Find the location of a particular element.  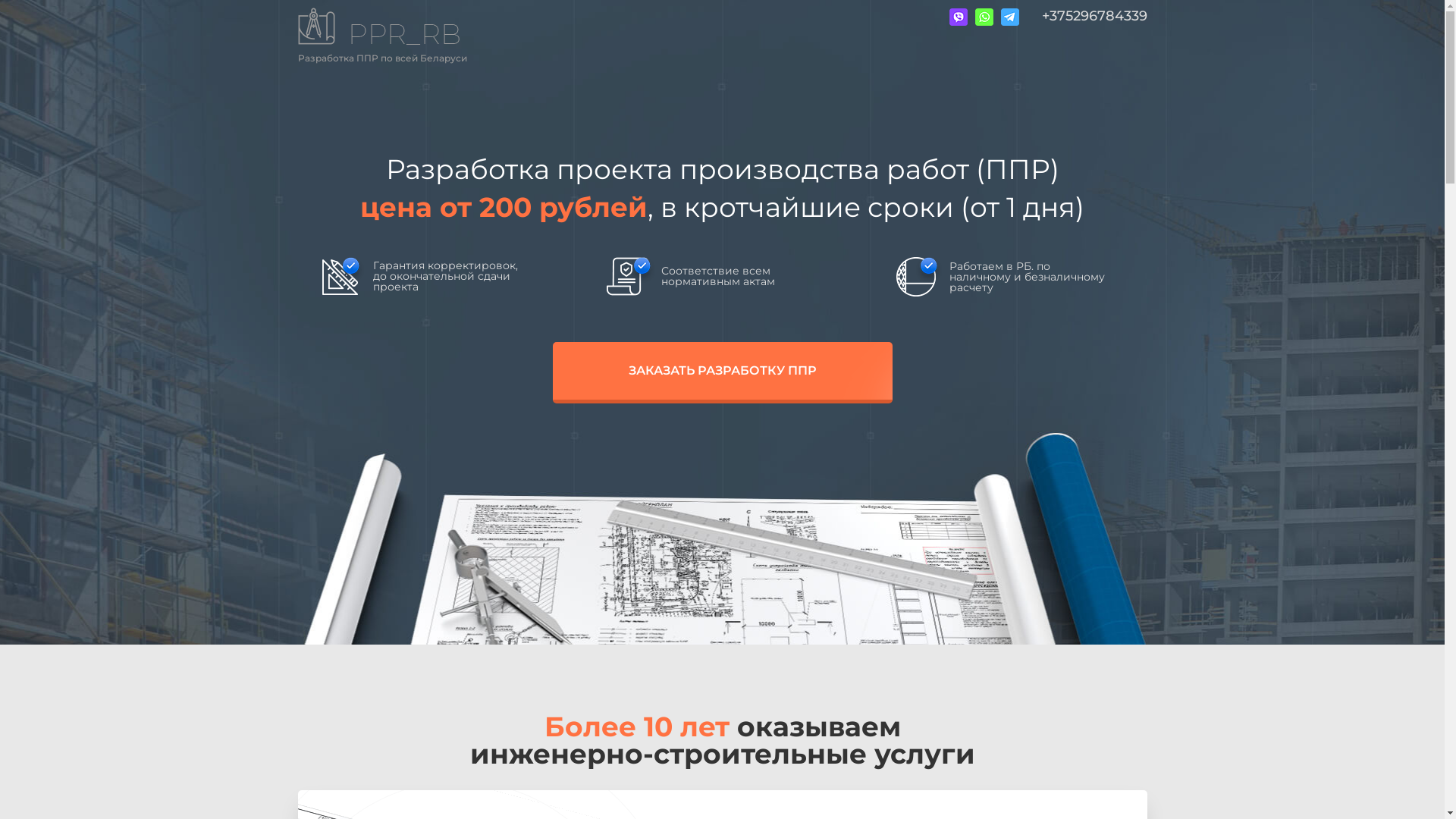

'+375296784339' is located at coordinates (1094, 15).